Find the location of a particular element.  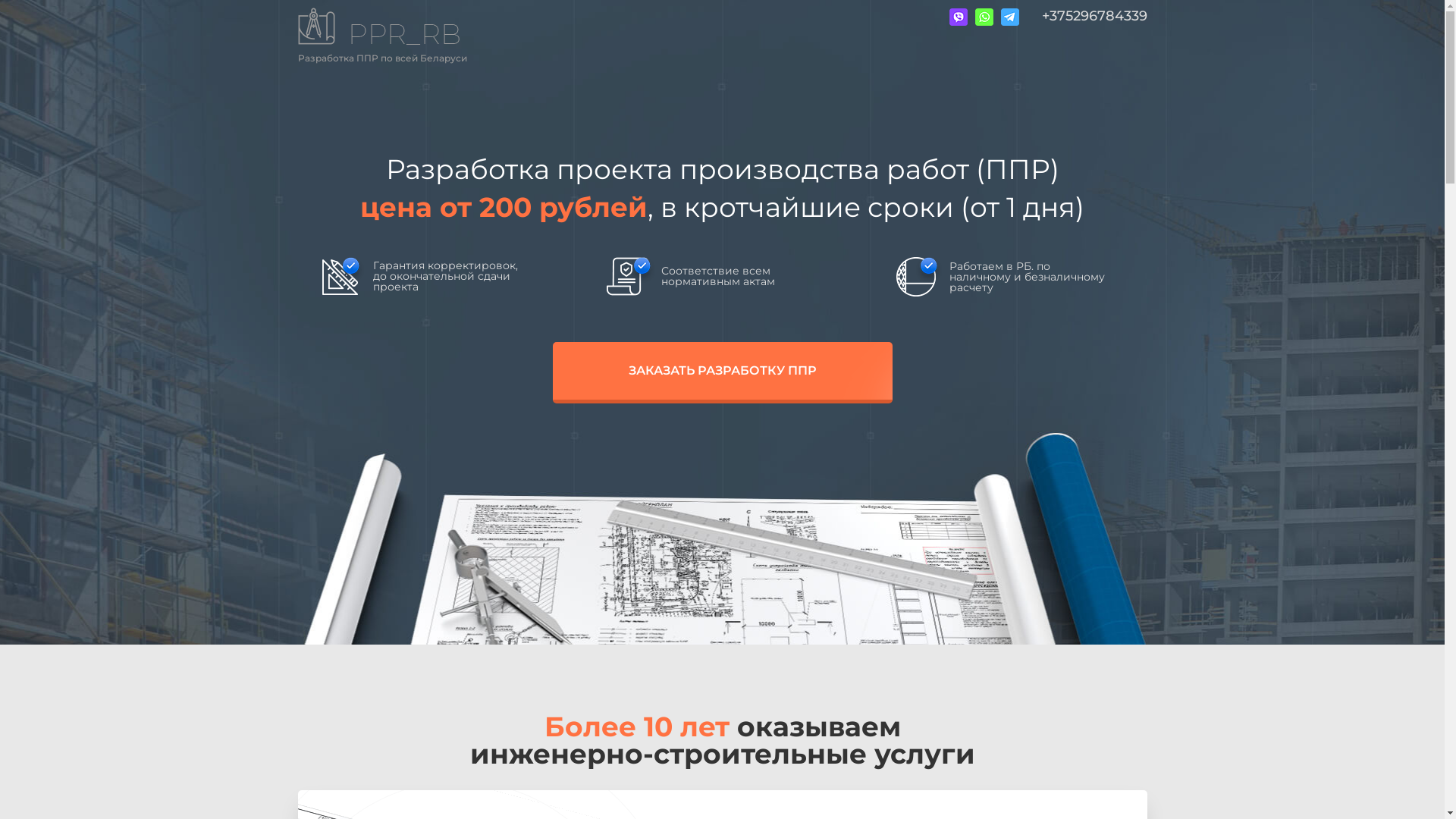

'+375296784339' is located at coordinates (1094, 15).